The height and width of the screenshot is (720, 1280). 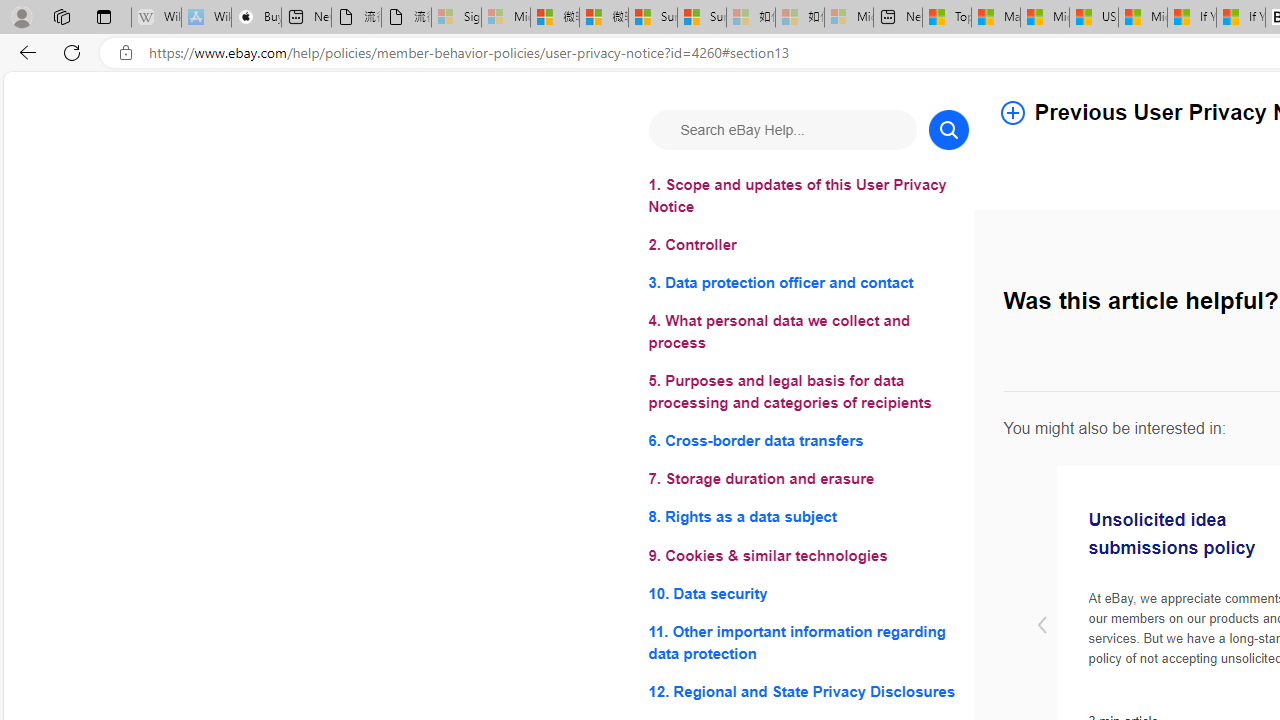 I want to click on '3. Data protection officer and contact', so click(x=808, y=283).